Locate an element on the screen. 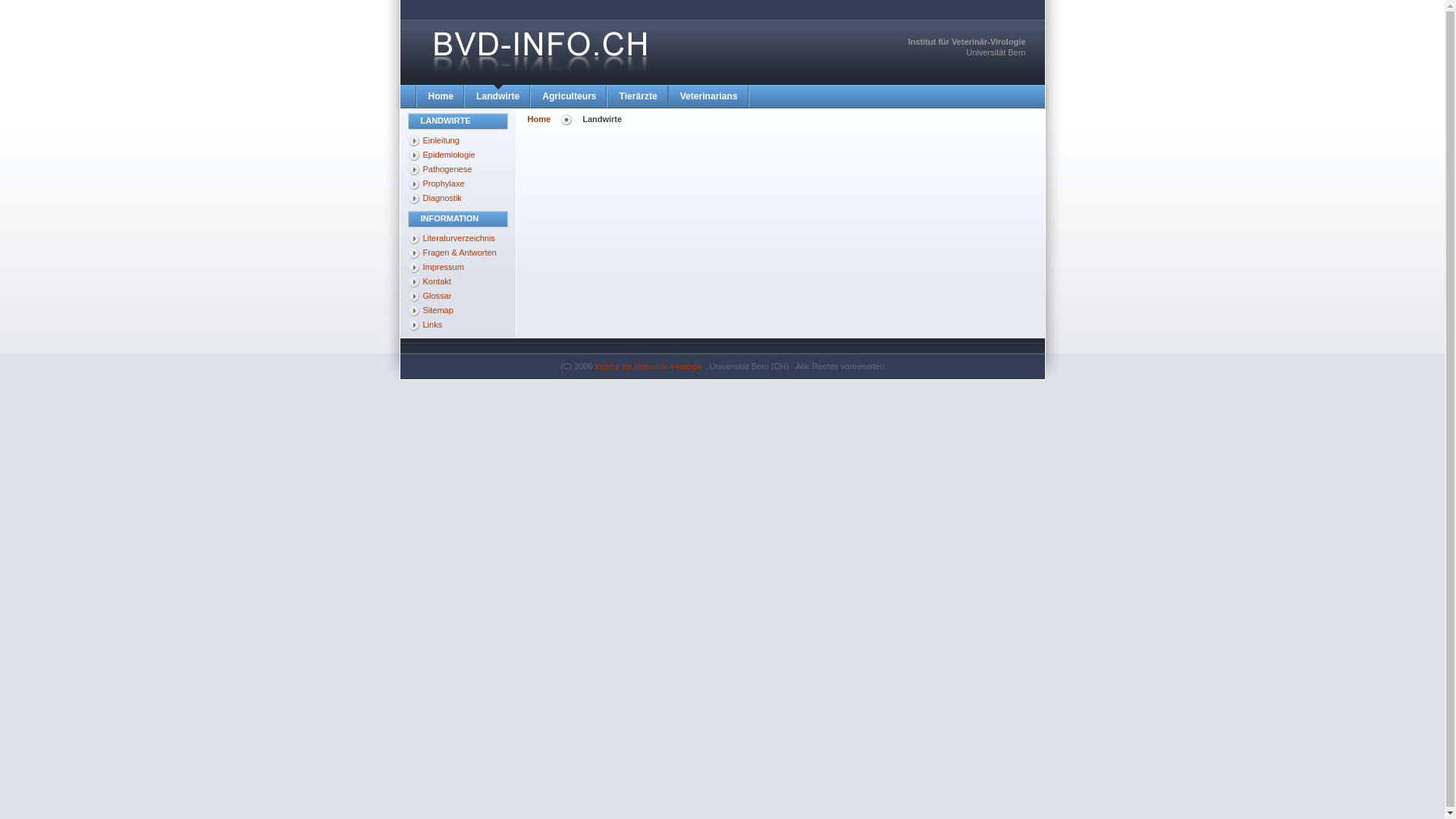  'Kontakt' is located at coordinates (457, 281).